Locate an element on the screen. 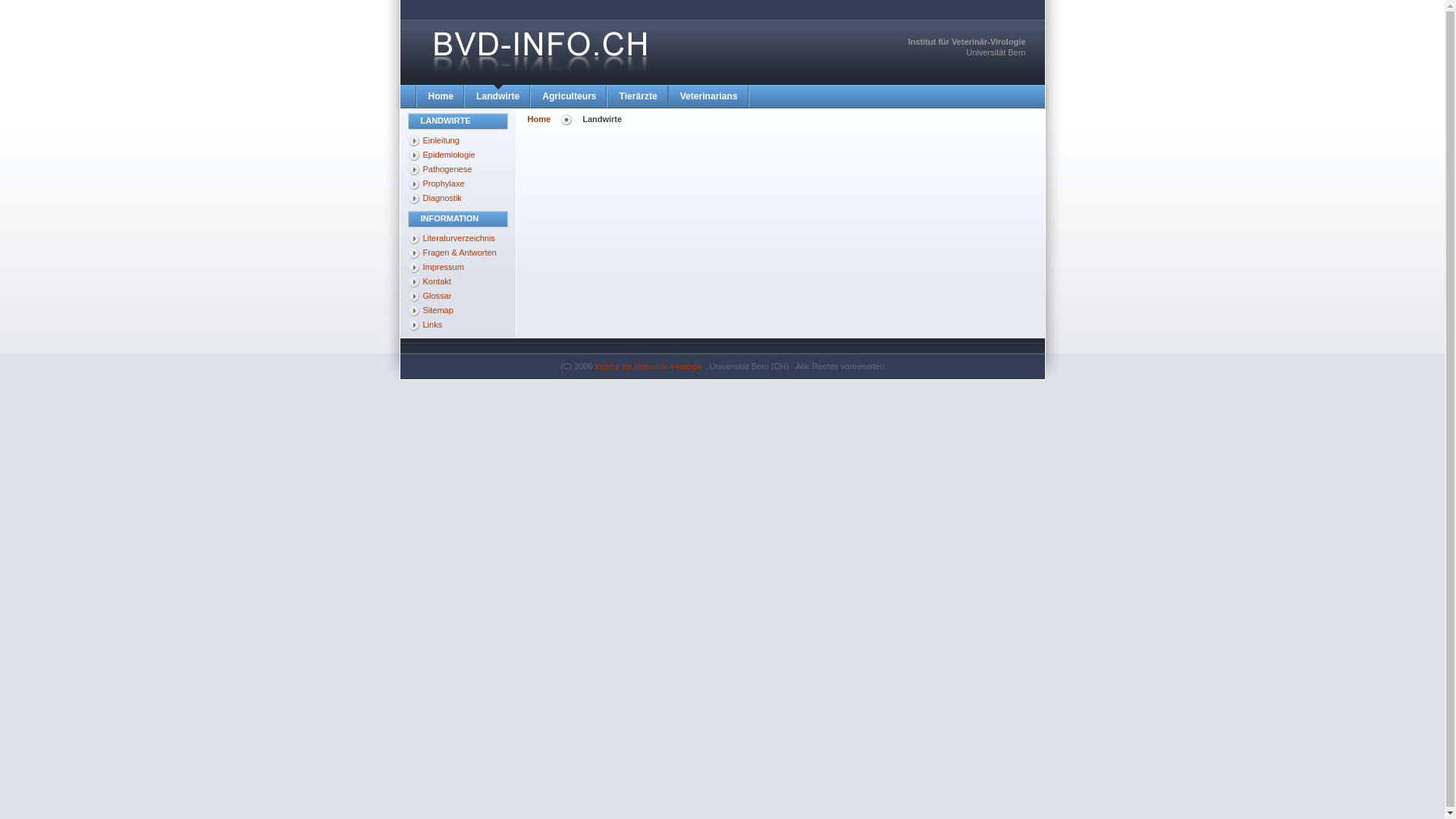  'Kontakt' is located at coordinates (457, 281).